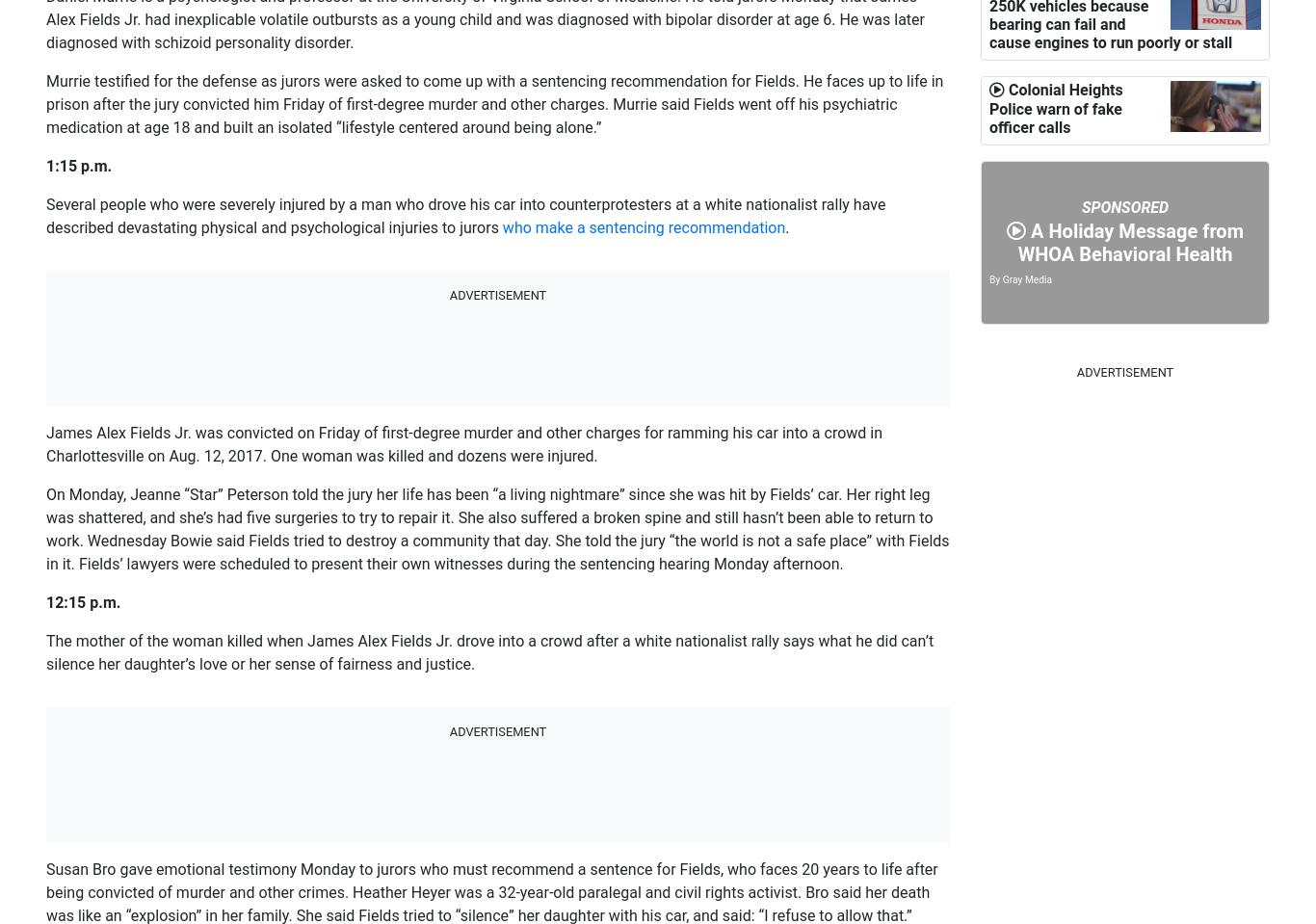 The height and width of the screenshot is (924, 1316). Describe the element at coordinates (987, 197) in the screenshot. I see `'Honda recalls nearly 250K vehicles because bearing can fail and cause engines to run poorly or stall'` at that location.